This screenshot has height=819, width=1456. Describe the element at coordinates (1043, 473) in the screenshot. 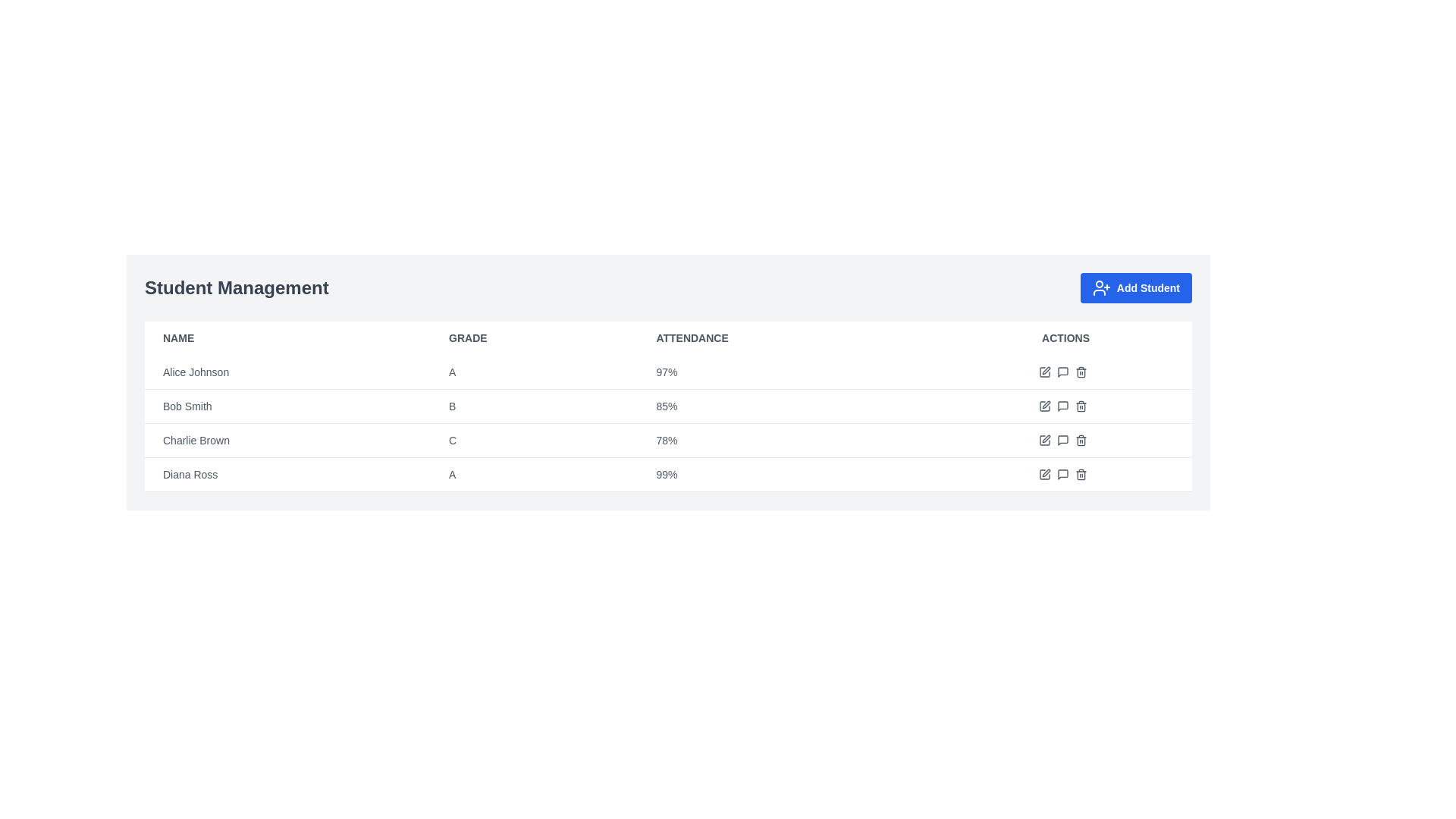

I see `the square icon button in the 'Actions' column corresponding to the row for 'Diana Ross'` at that location.